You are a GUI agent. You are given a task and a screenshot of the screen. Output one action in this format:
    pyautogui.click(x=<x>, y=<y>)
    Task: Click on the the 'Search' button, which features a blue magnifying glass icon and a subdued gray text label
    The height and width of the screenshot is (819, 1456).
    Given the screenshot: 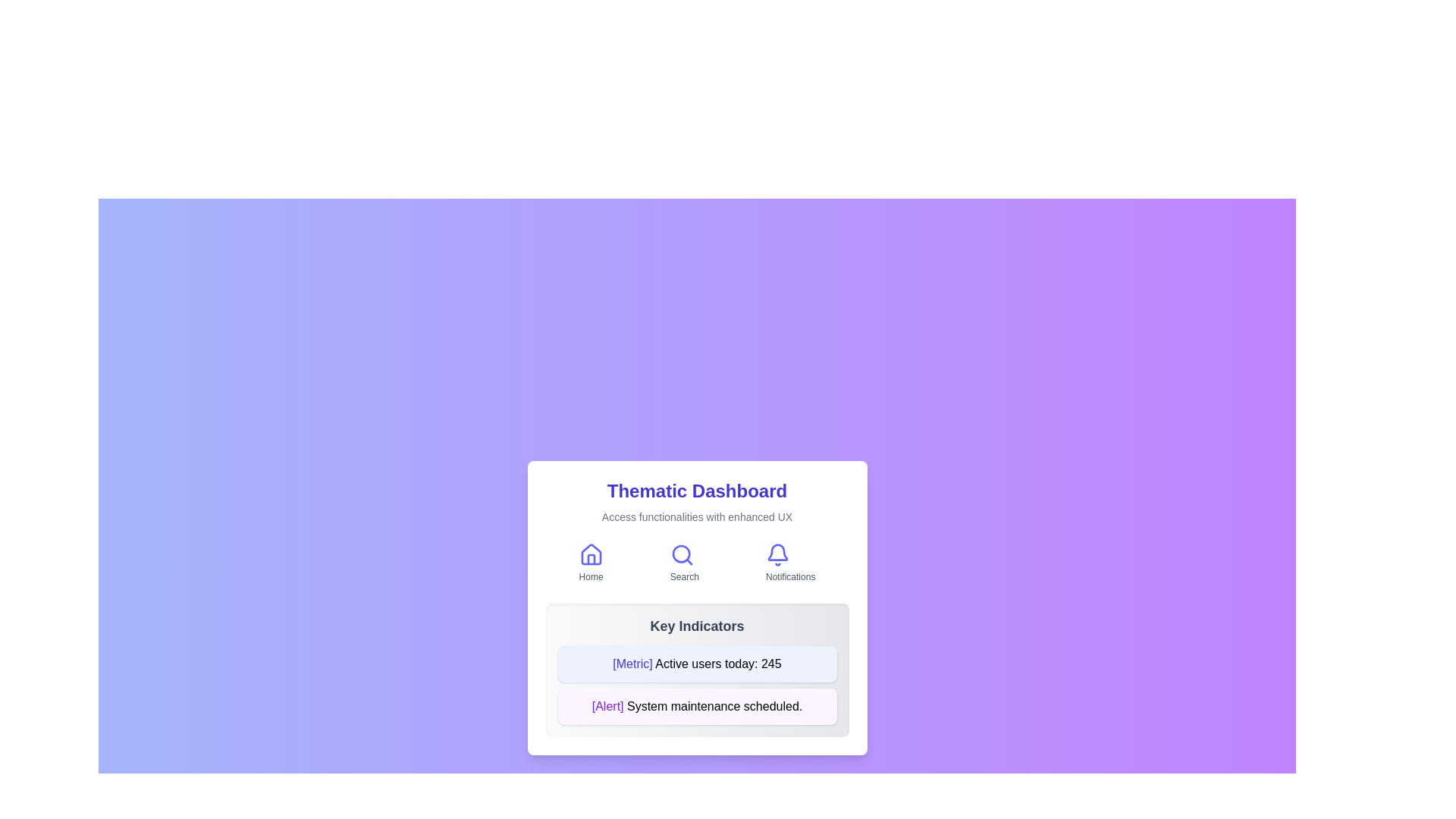 What is the action you would take?
    pyautogui.click(x=683, y=564)
    